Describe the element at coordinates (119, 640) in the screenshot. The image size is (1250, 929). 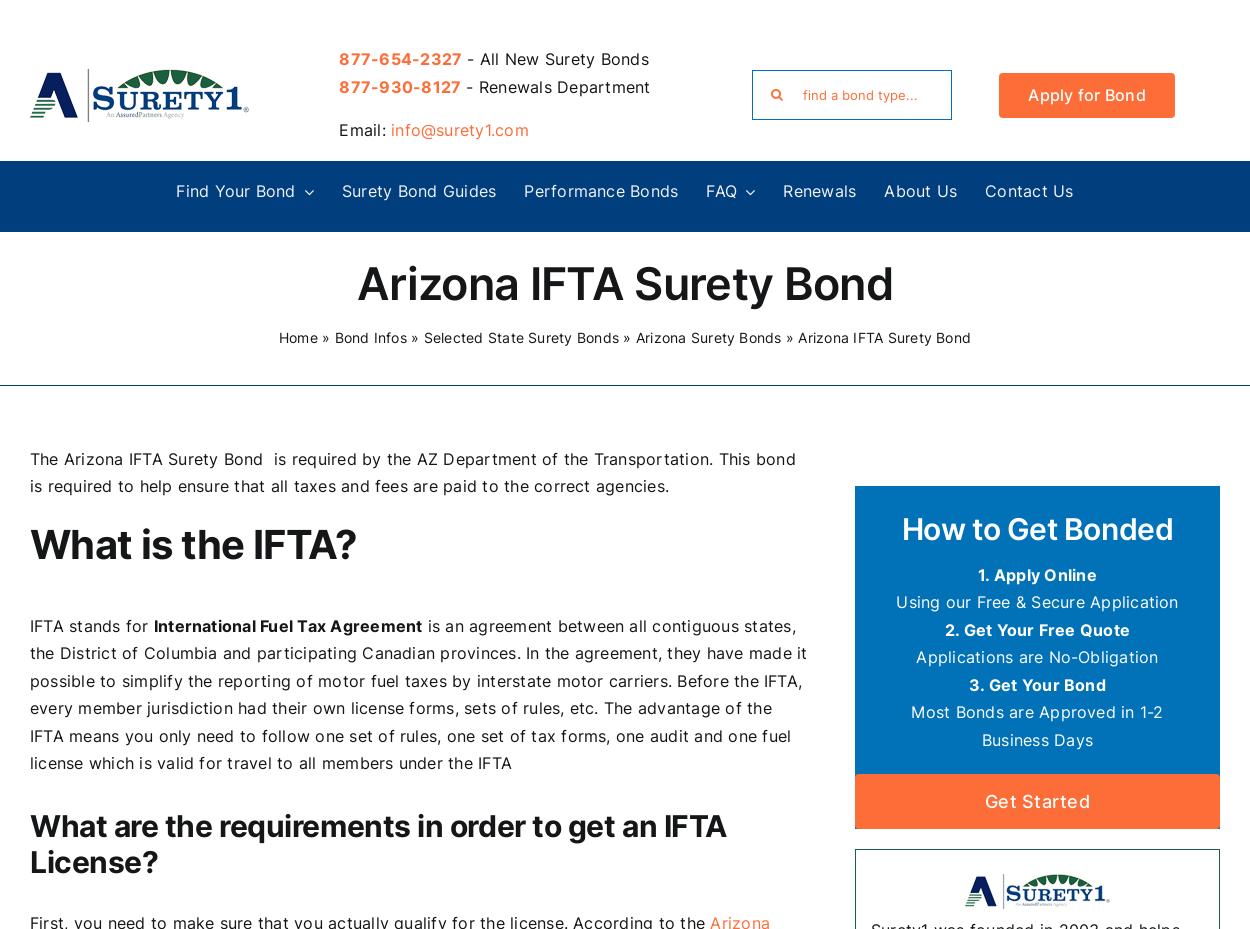
I see `'New Mexico Surety Bonds'` at that location.